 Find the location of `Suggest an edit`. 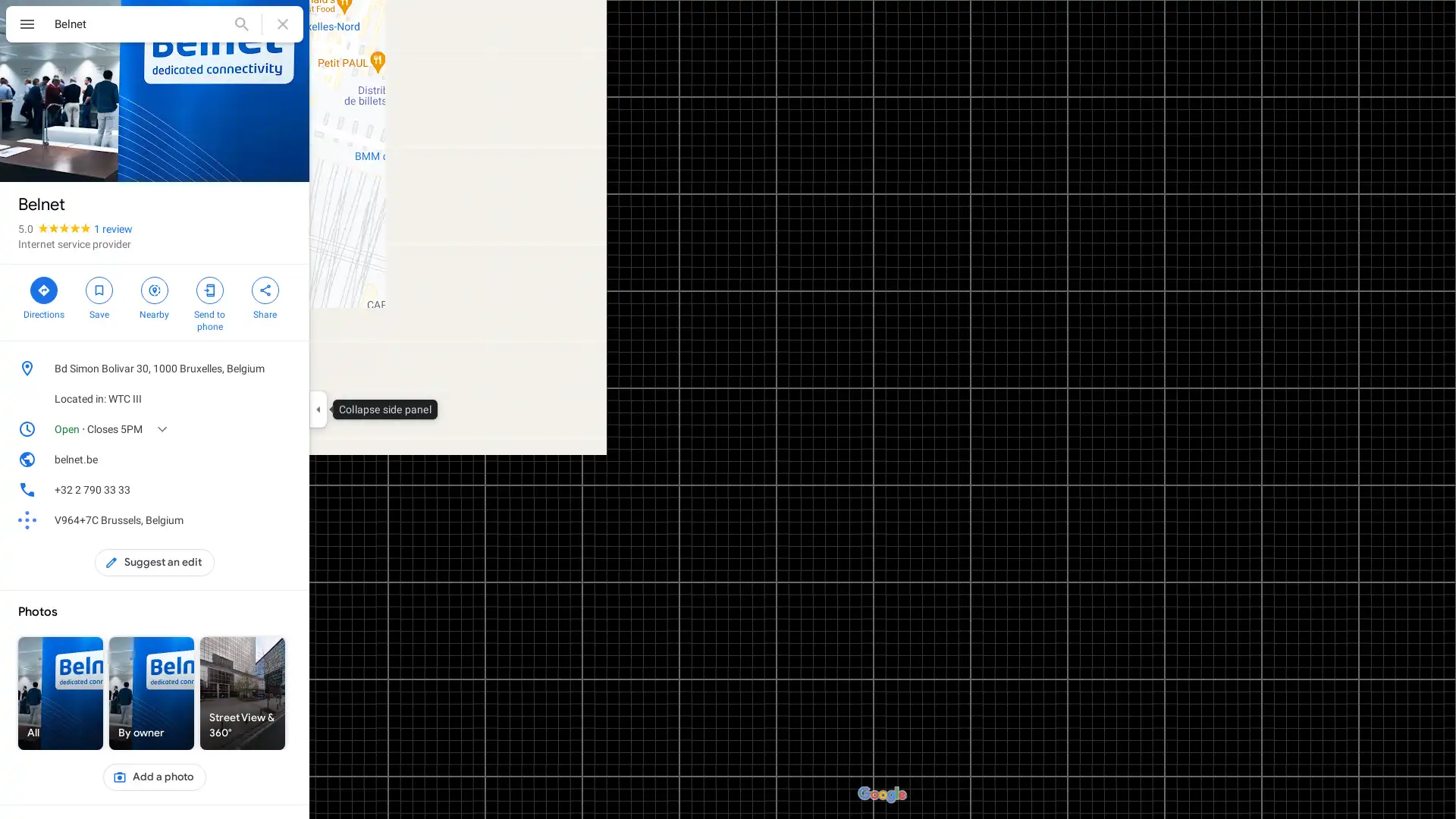

Suggest an edit is located at coordinates (155, 562).